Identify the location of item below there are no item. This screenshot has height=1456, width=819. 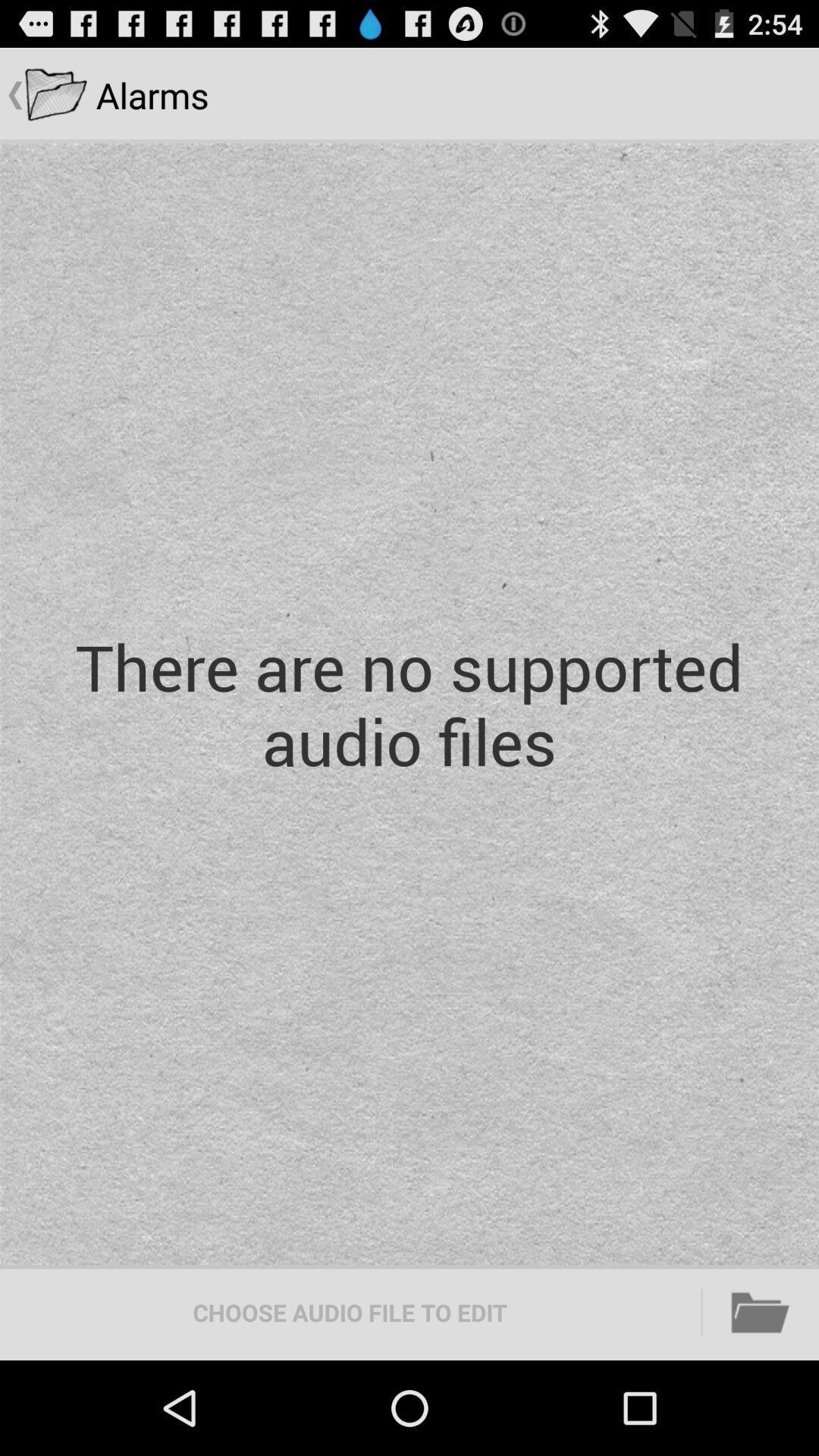
(761, 1312).